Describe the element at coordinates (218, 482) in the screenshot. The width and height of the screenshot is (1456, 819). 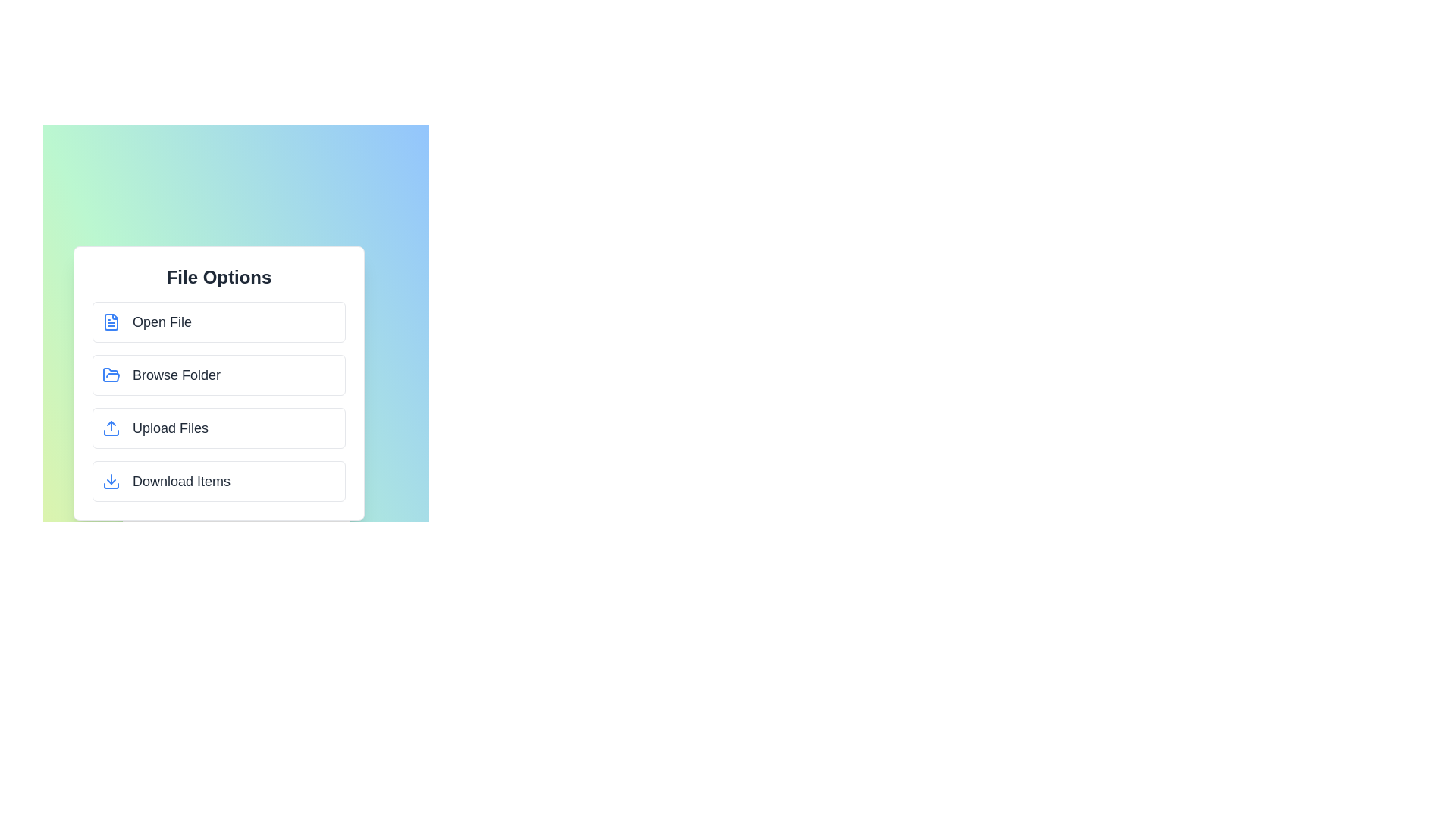
I see `the 'Download Items' option in the MultimediaMenu` at that location.